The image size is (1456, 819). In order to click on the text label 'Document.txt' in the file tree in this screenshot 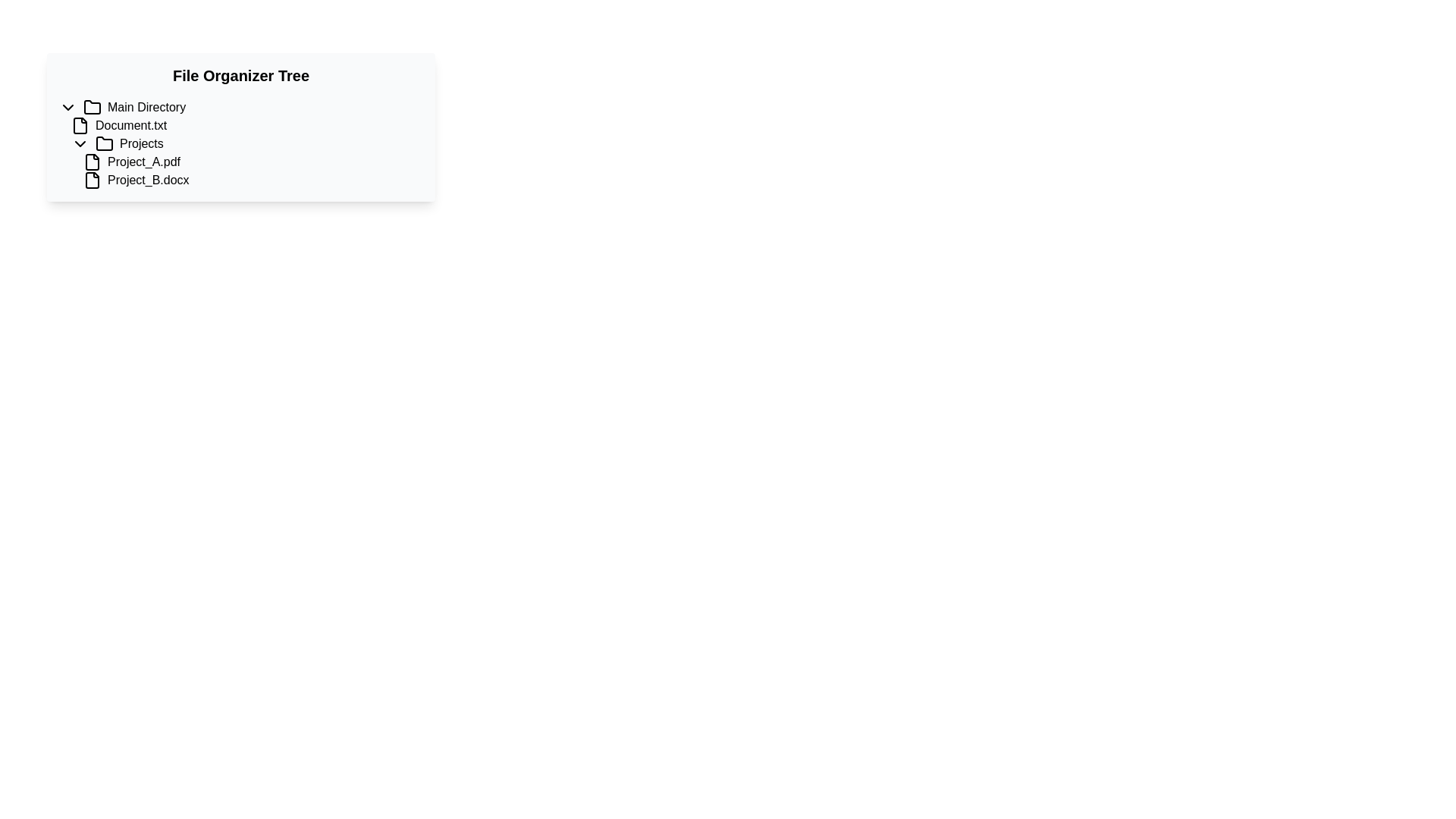, I will do `click(130, 124)`.